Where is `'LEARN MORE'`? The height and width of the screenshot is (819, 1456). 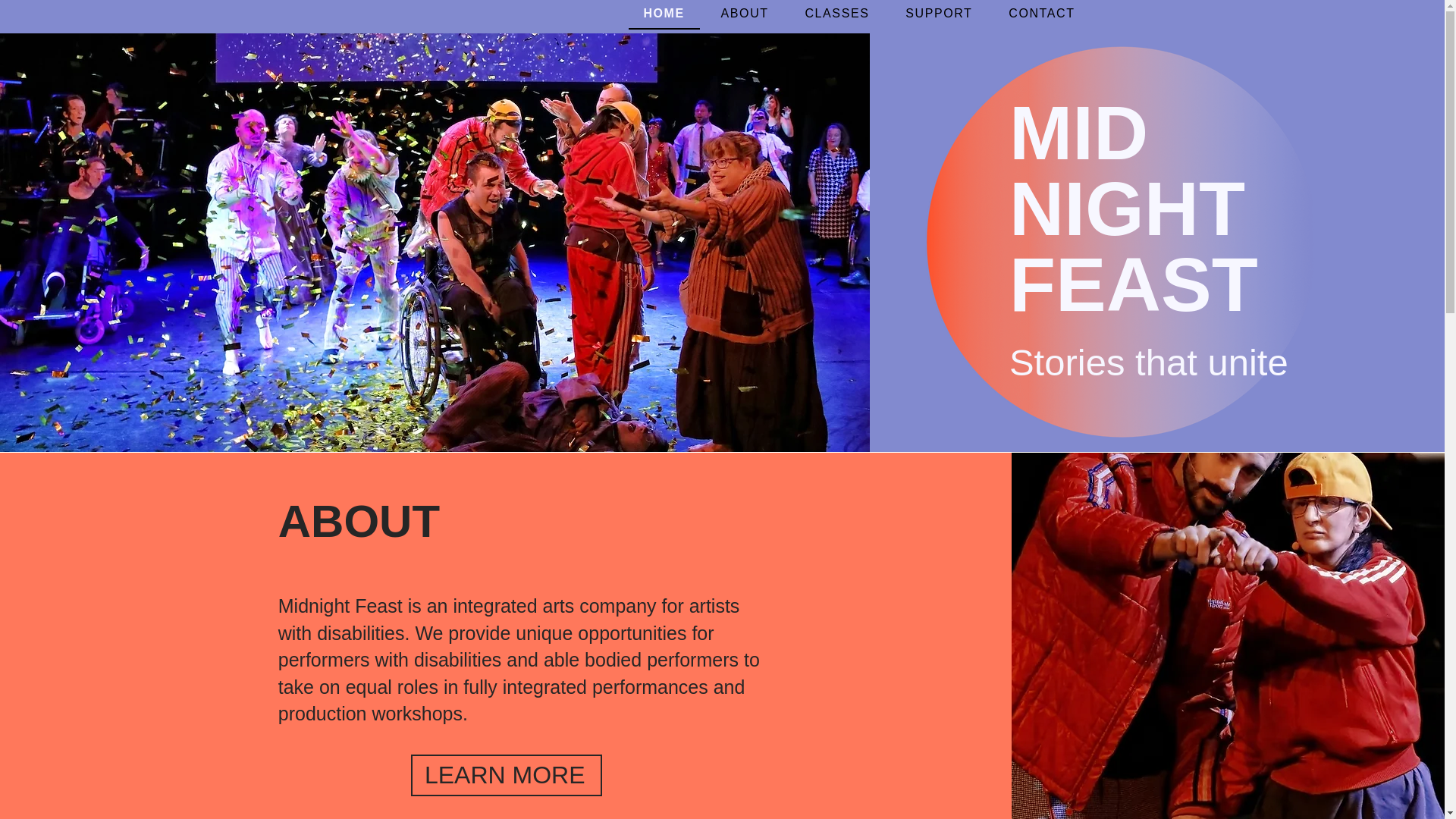 'LEARN MORE' is located at coordinates (506, 775).